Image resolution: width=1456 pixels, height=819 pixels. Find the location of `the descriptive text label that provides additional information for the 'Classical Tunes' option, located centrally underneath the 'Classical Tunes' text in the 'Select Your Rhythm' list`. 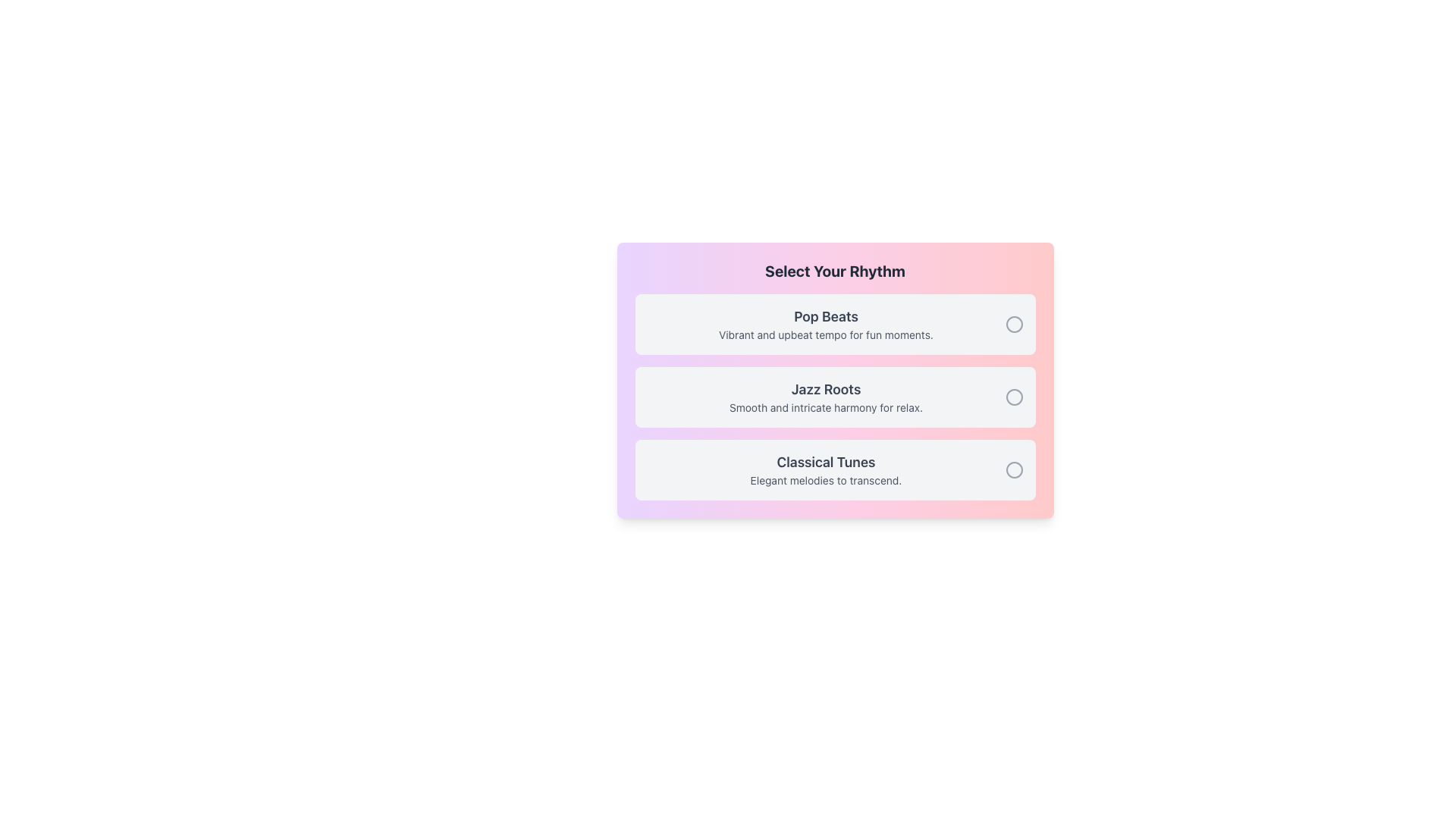

the descriptive text label that provides additional information for the 'Classical Tunes' option, located centrally underneath the 'Classical Tunes' text in the 'Select Your Rhythm' list is located at coordinates (825, 480).